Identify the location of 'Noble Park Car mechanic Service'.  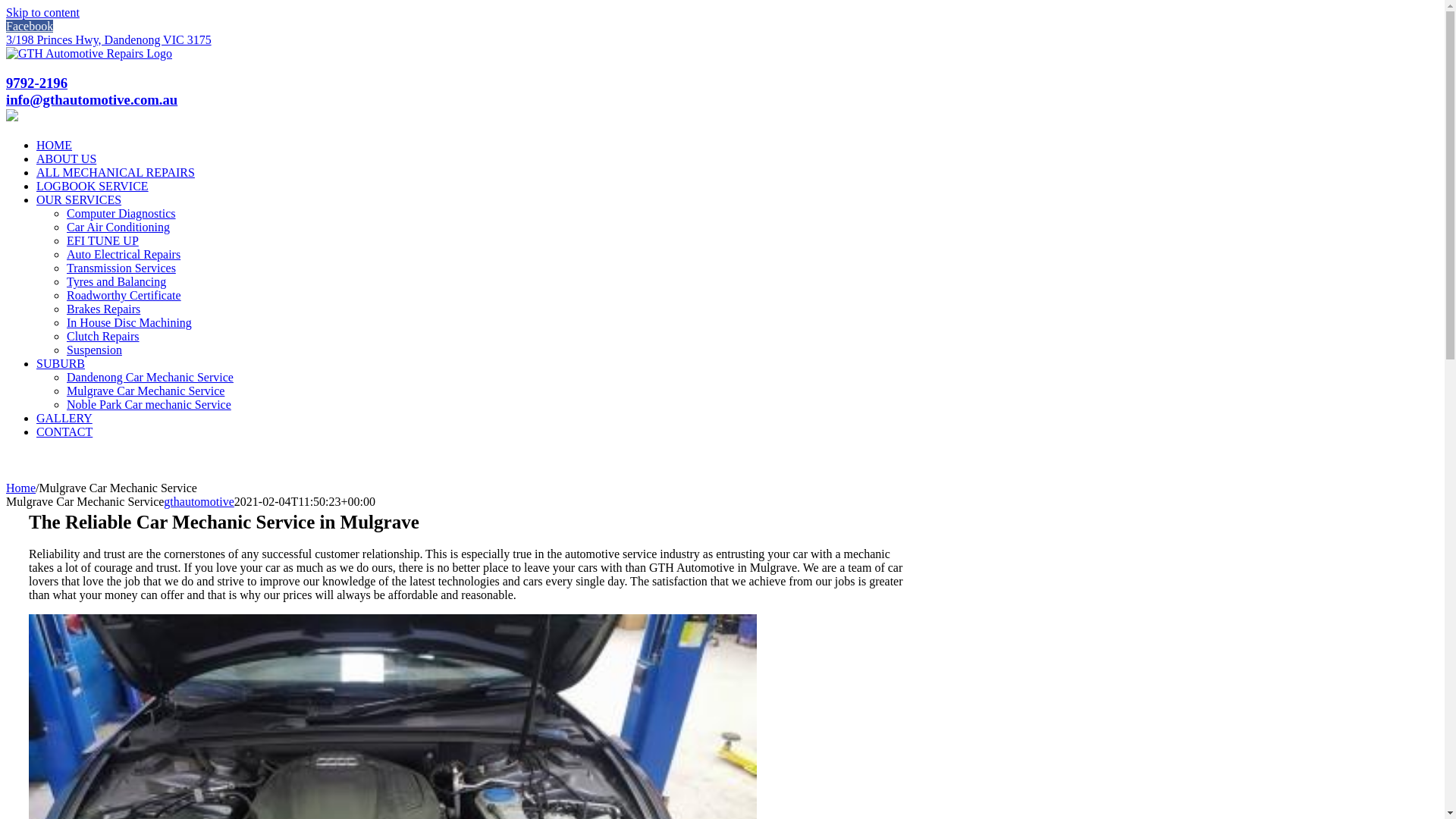
(149, 403).